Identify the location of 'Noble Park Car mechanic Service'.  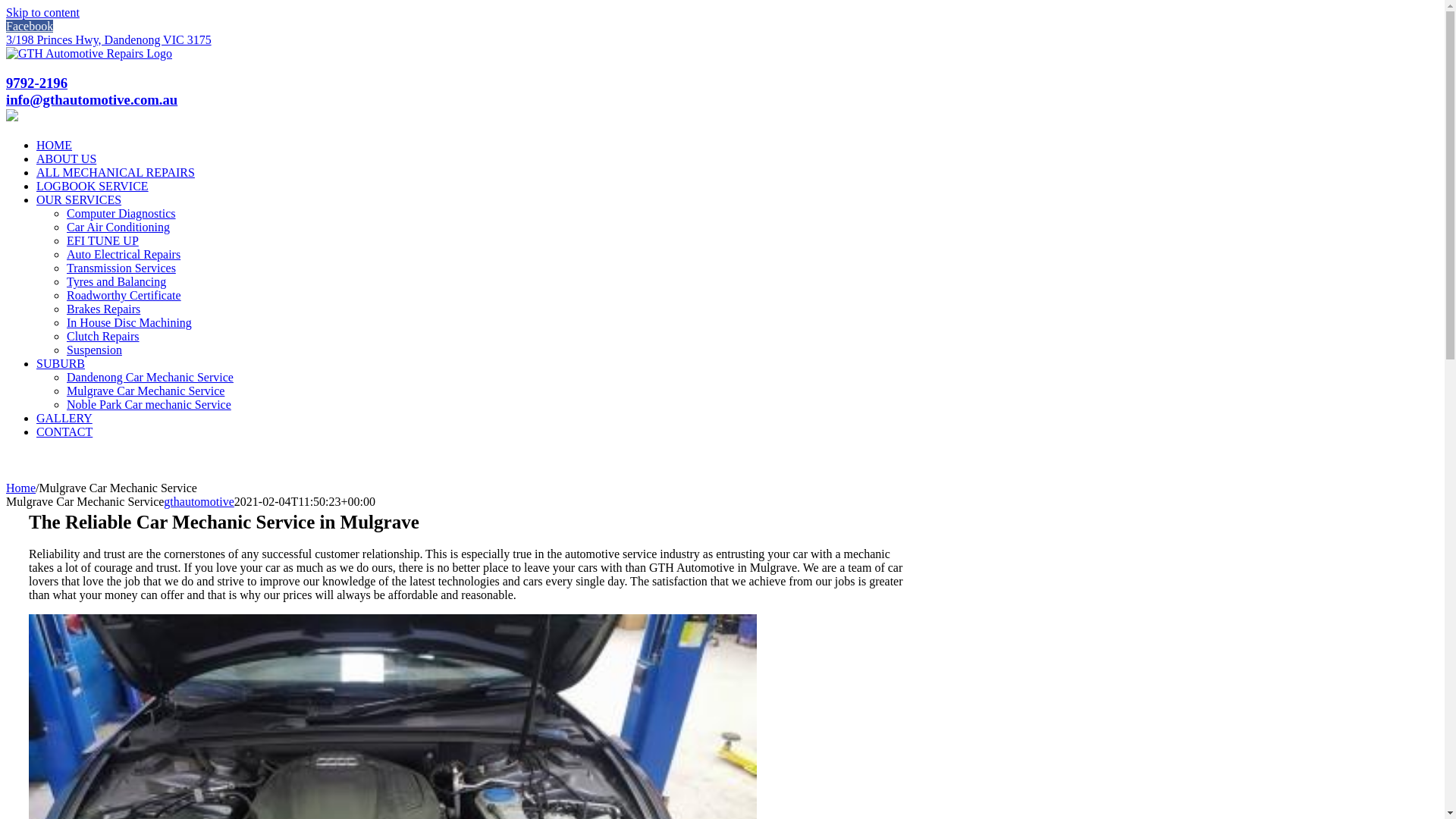
(149, 403).